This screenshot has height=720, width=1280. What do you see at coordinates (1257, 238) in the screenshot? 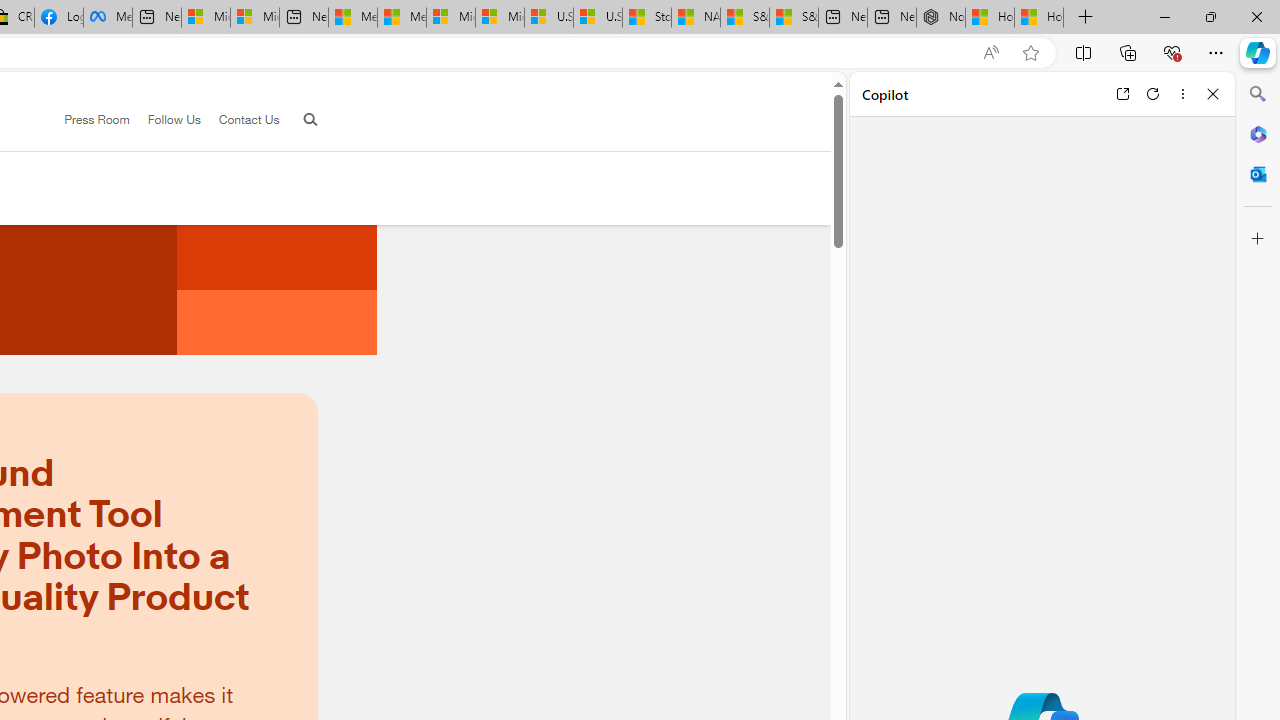
I see `'Customize'` at bounding box center [1257, 238].